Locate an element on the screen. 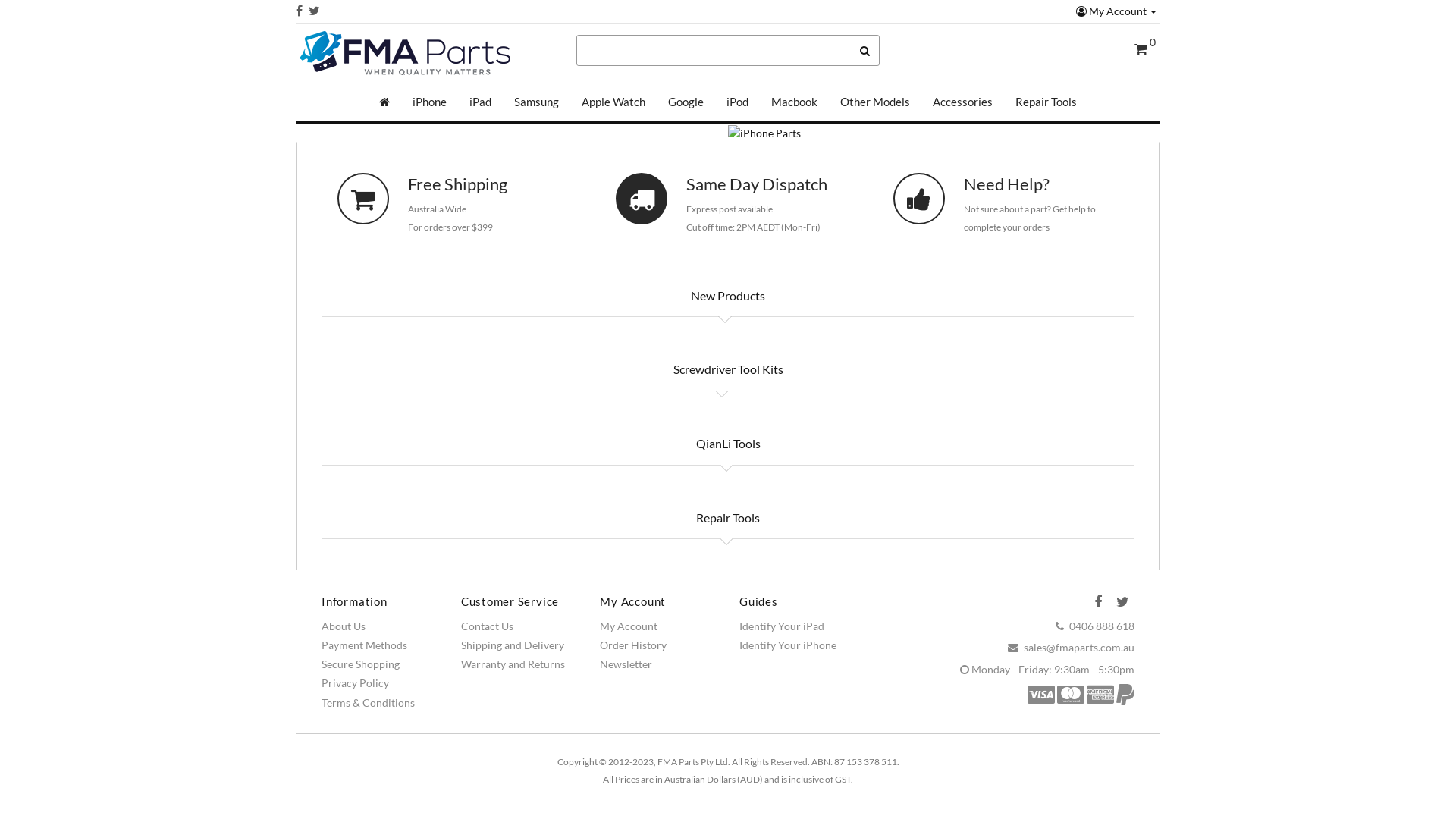 This screenshot has width=1456, height=819. 'Privacy Policy' is located at coordinates (354, 682).